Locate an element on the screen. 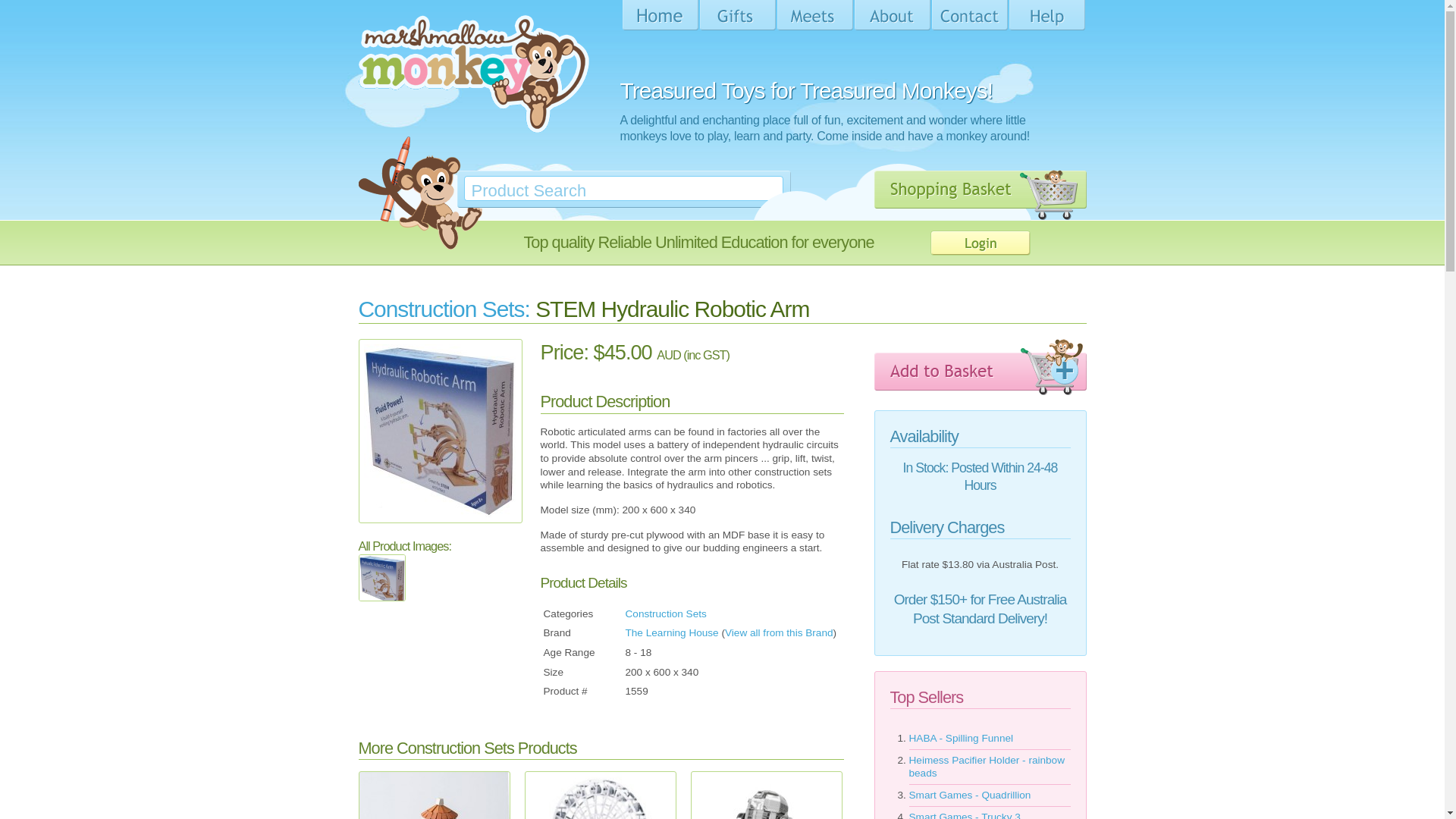 This screenshot has height=819, width=1456. 'The Learning House' is located at coordinates (670, 632).